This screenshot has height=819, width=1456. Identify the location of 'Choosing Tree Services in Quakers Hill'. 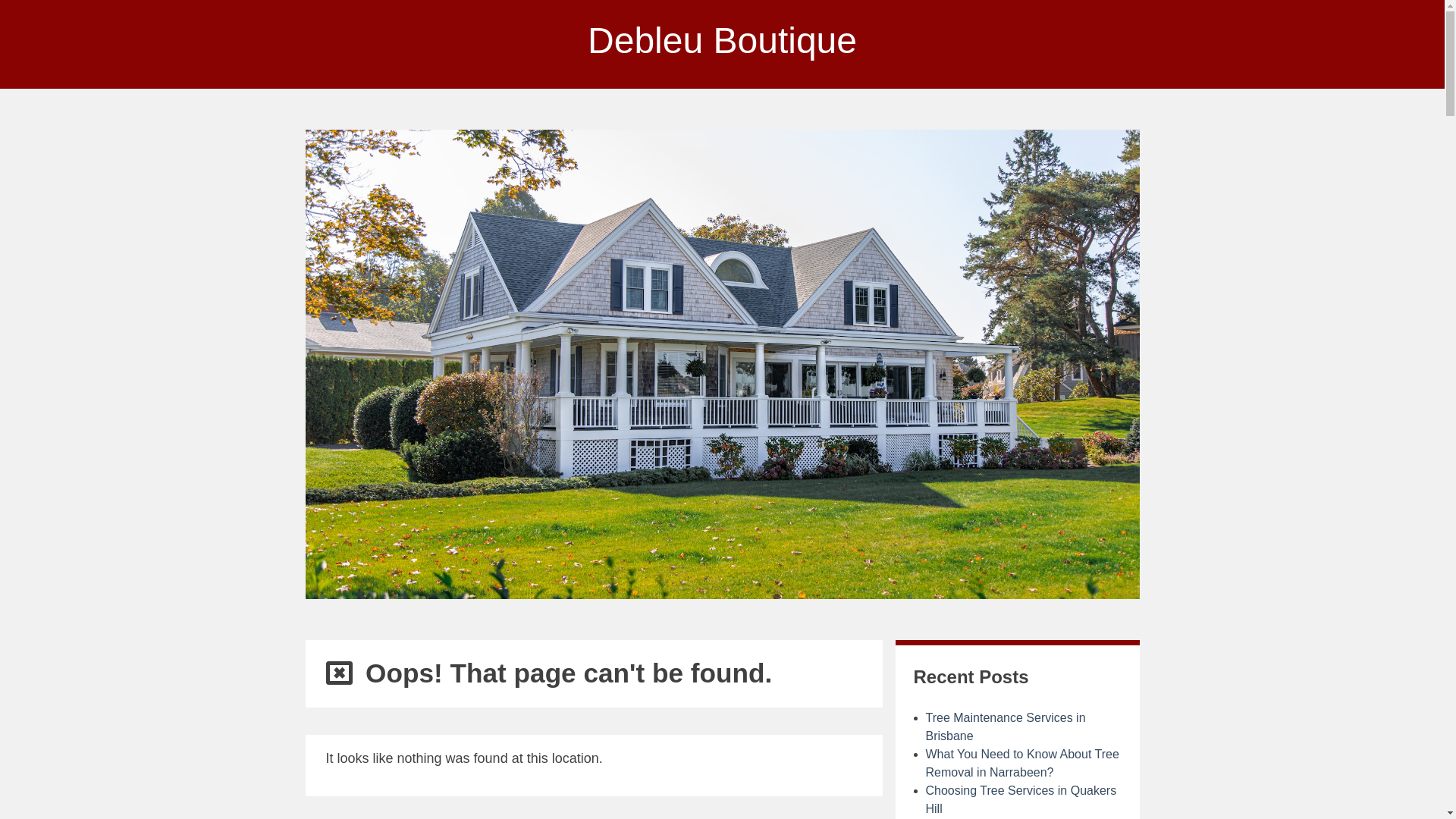
(1020, 799).